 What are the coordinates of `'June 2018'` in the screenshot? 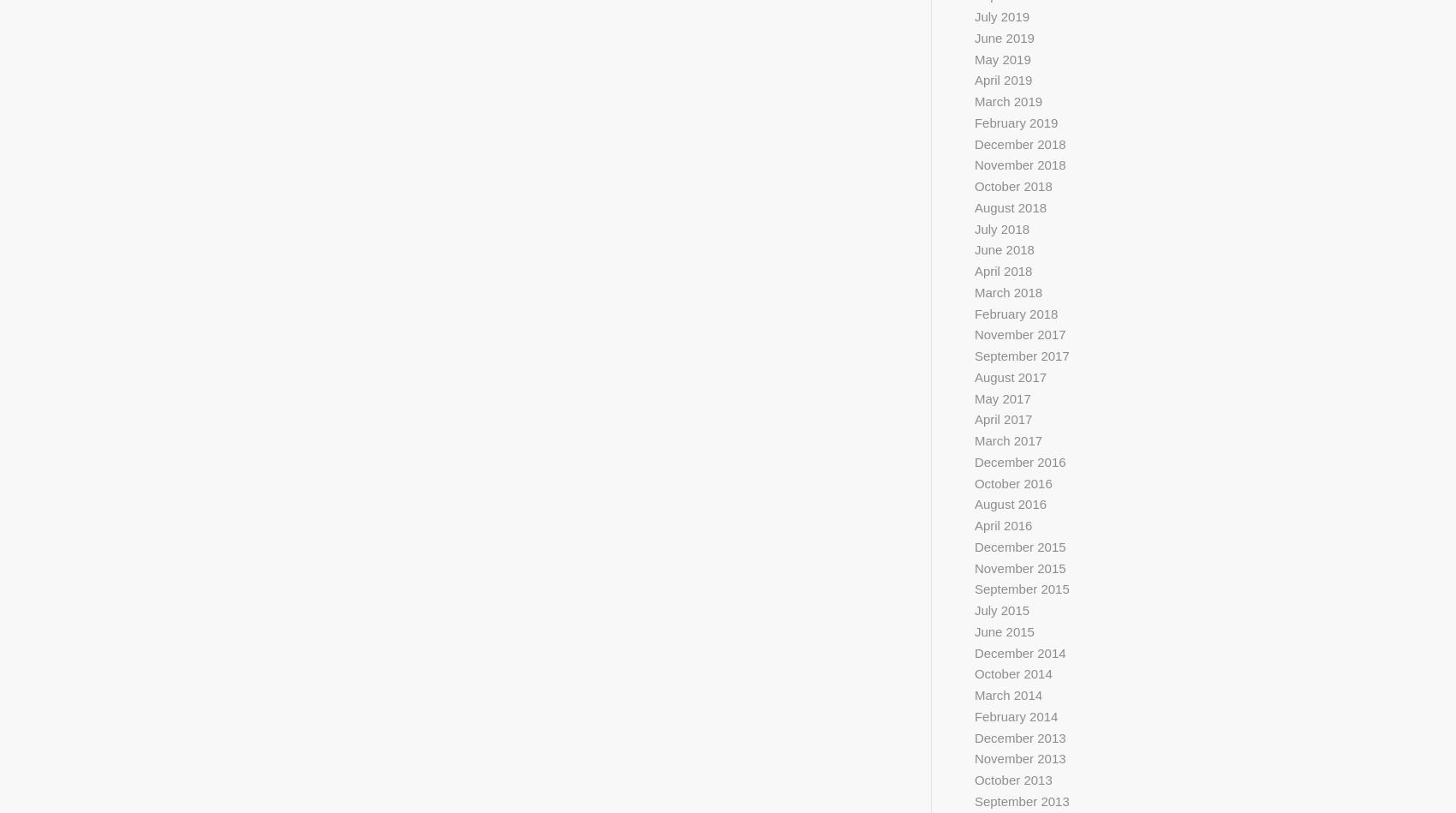 It's located at (1002, 248).